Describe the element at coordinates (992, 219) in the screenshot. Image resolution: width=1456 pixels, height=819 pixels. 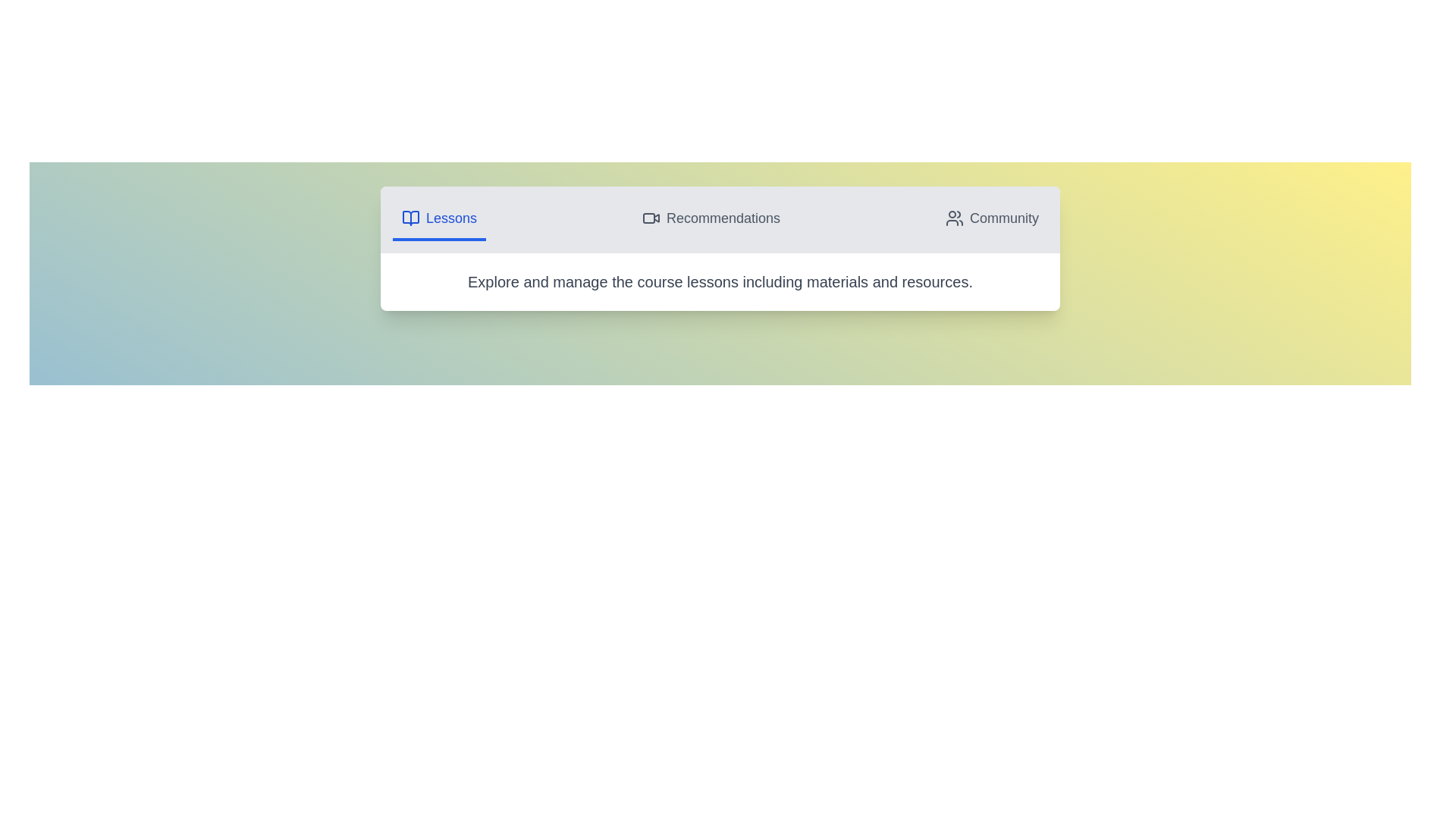
I see `the Community tab by clicking on its icon` at that location.